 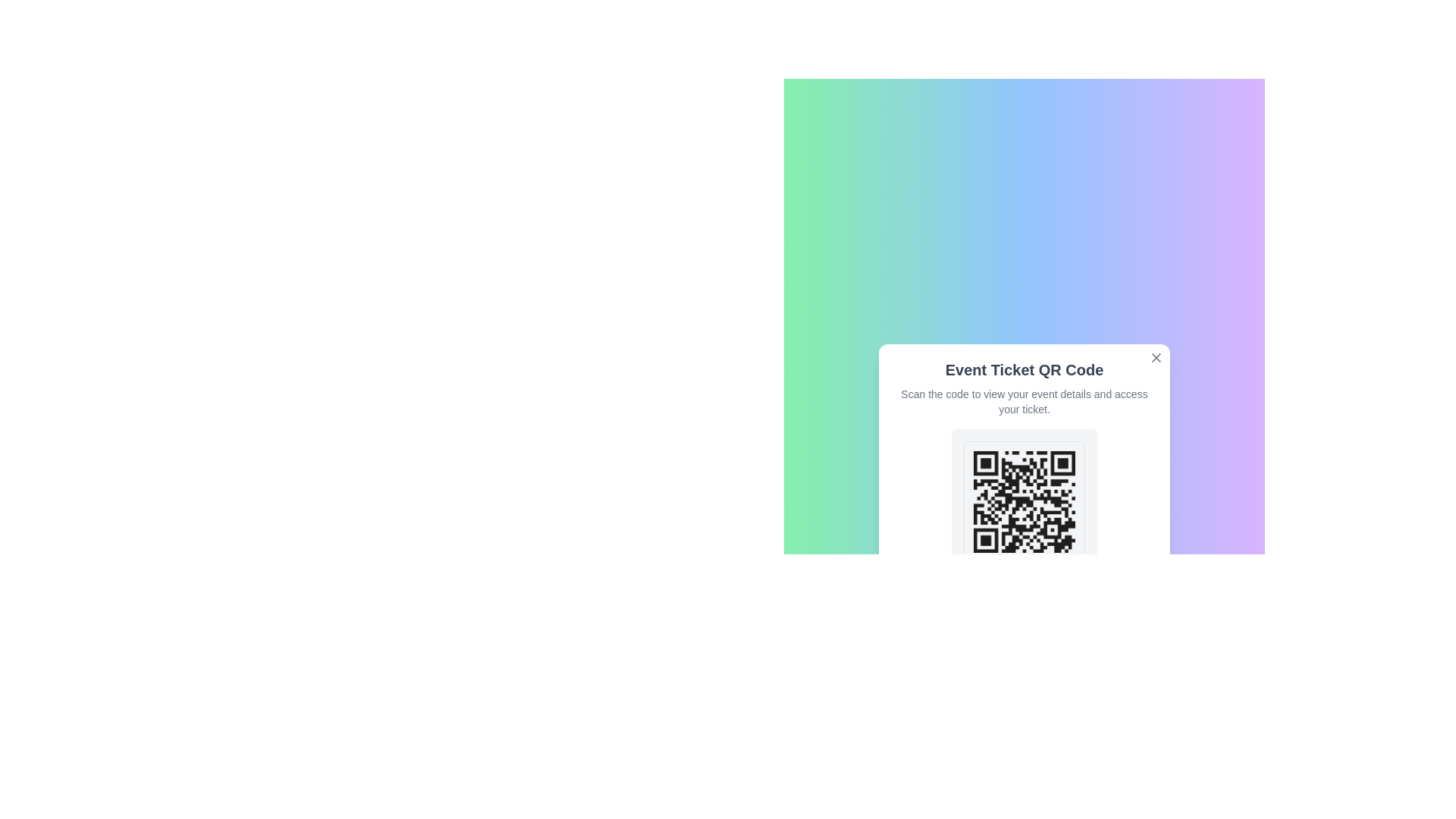 I want to click on the Close button located in the top-right corner of the 'Event Ticket QR Code' dialog window to possibly see a tooltip, so click(x=1156, y=357).